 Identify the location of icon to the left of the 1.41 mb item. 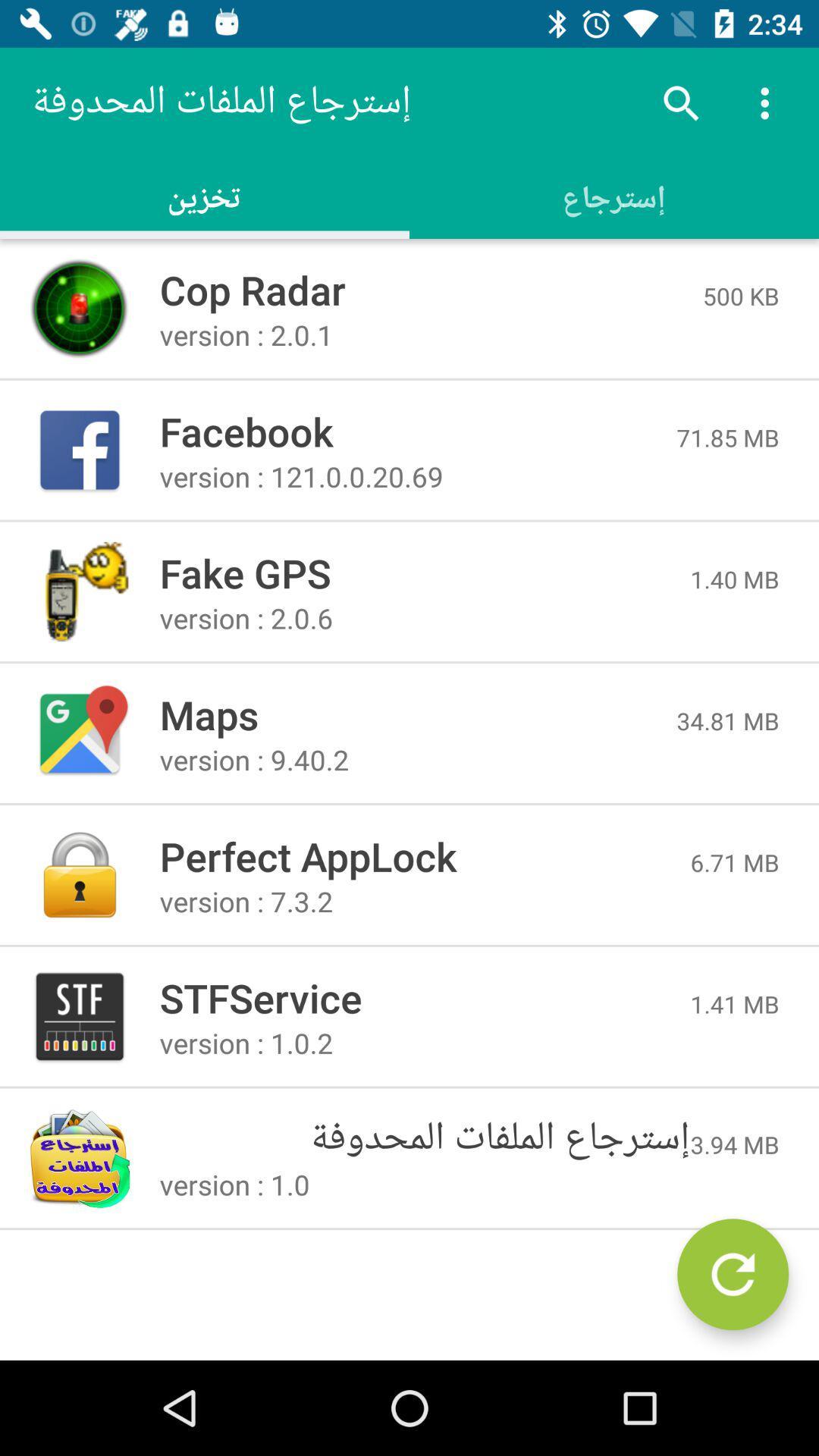
(425, 997).